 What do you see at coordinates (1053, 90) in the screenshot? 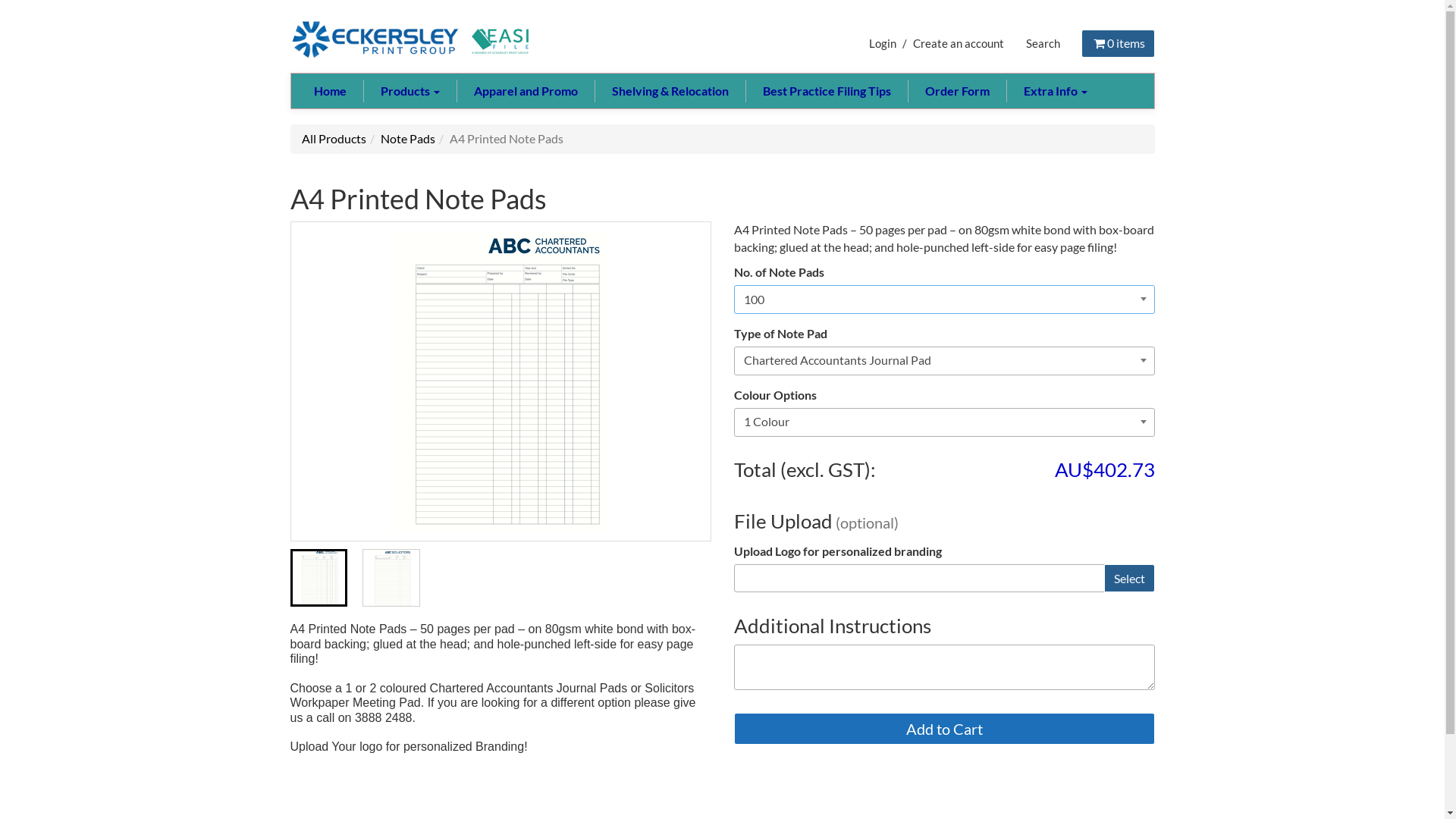
I see `'Extra Info'` at bounding box center [1053, 90].